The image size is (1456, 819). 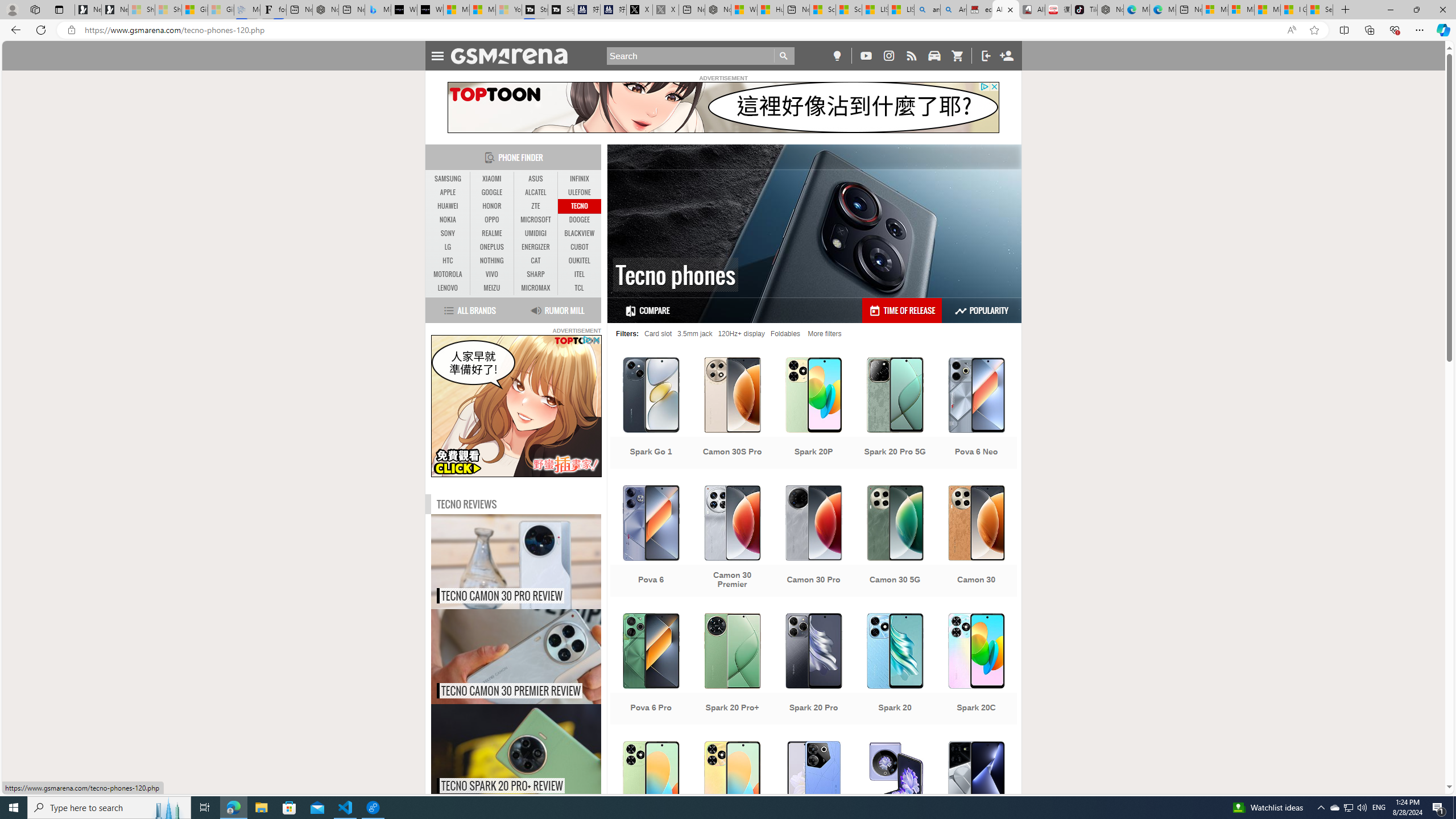 What do you see at coordinates (535, 233) in the screenshot?
I see `'UMIDIGI'` at bounding box center [535, 233].